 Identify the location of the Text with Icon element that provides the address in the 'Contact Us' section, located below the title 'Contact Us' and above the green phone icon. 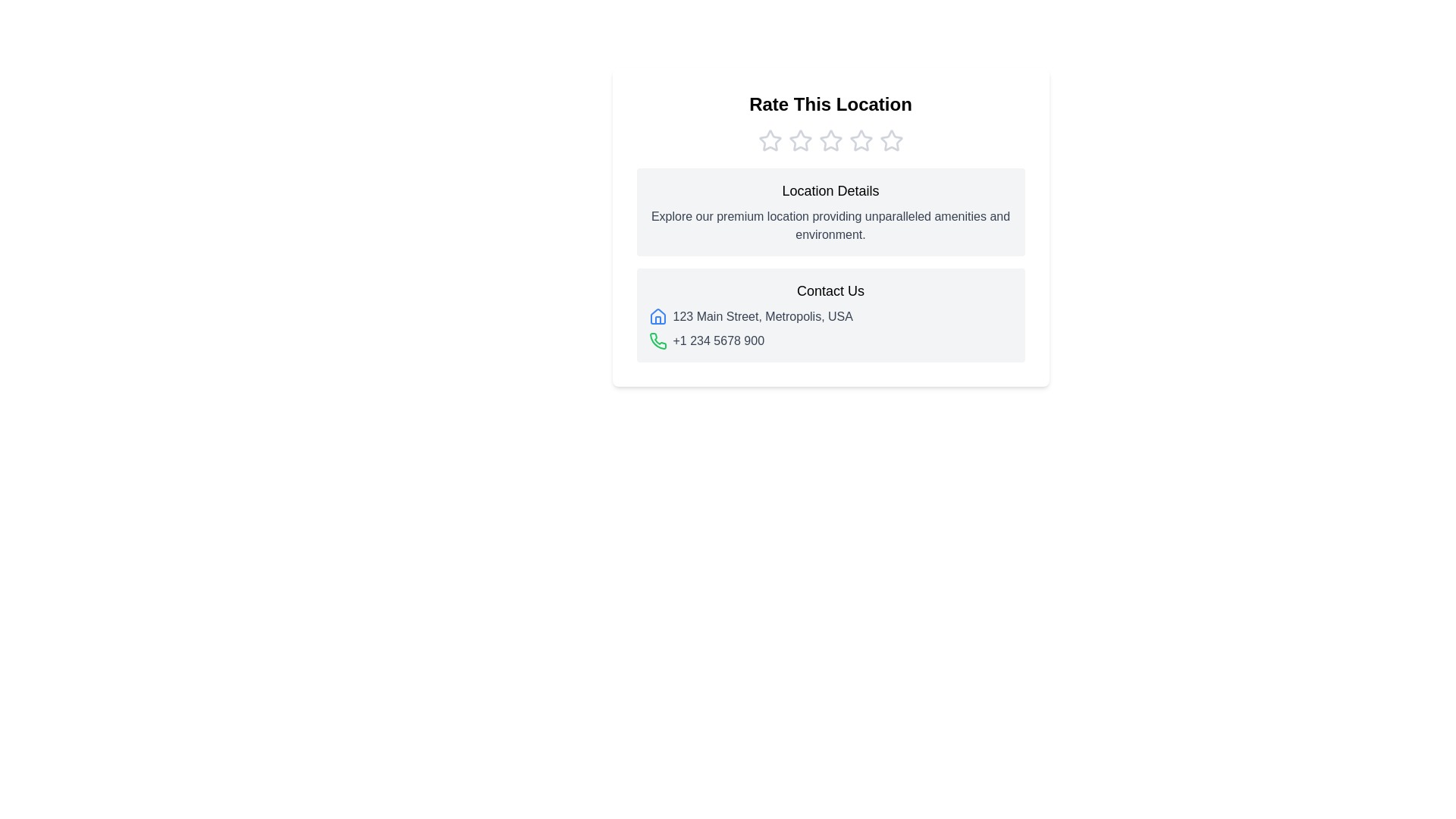
(830, 315).